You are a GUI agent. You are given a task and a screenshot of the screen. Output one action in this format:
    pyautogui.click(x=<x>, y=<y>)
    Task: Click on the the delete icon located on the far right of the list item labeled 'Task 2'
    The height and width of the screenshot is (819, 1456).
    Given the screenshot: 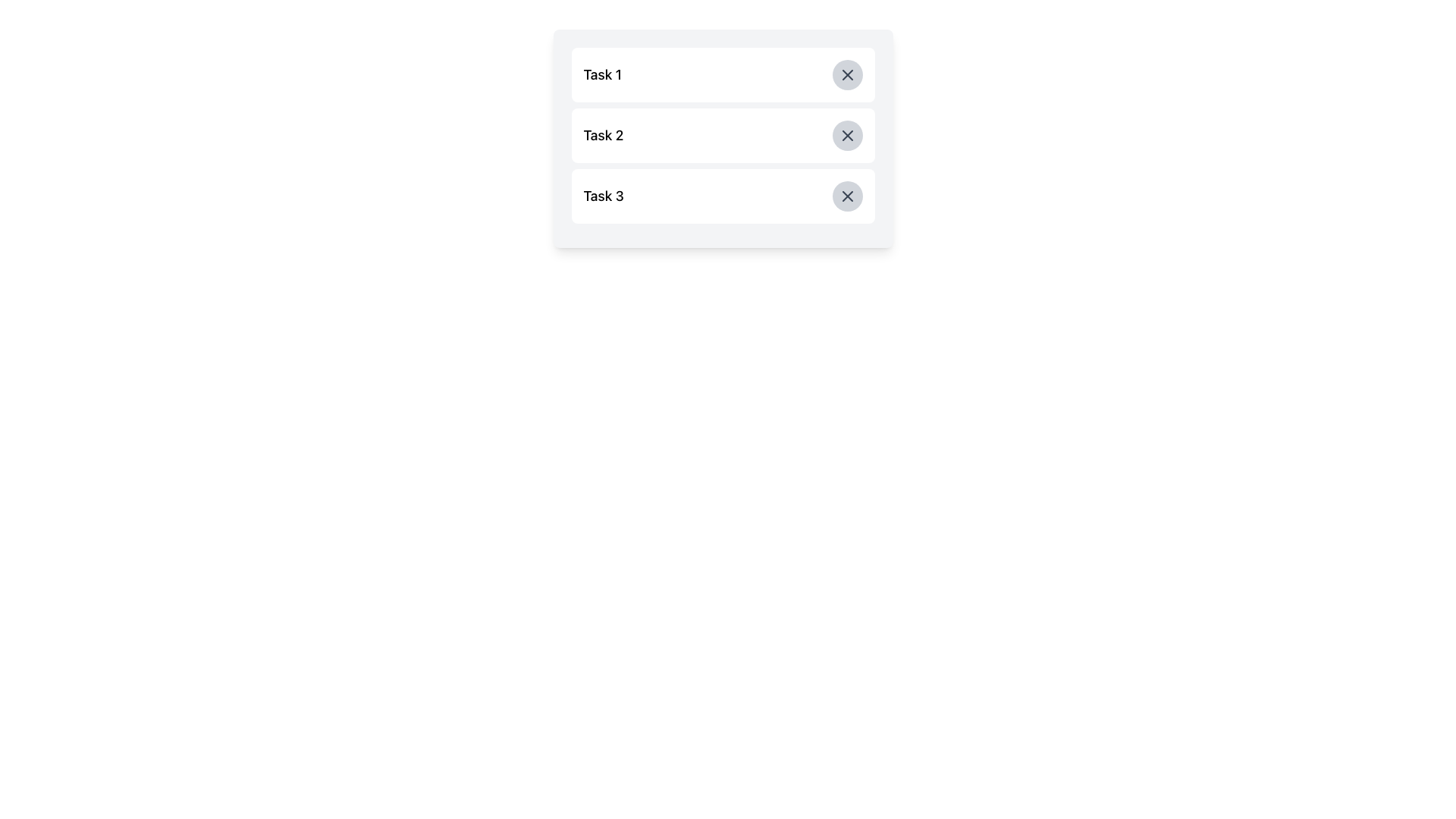 What is the action you would take?
    pyautogui.click(x=846, y=134)
    